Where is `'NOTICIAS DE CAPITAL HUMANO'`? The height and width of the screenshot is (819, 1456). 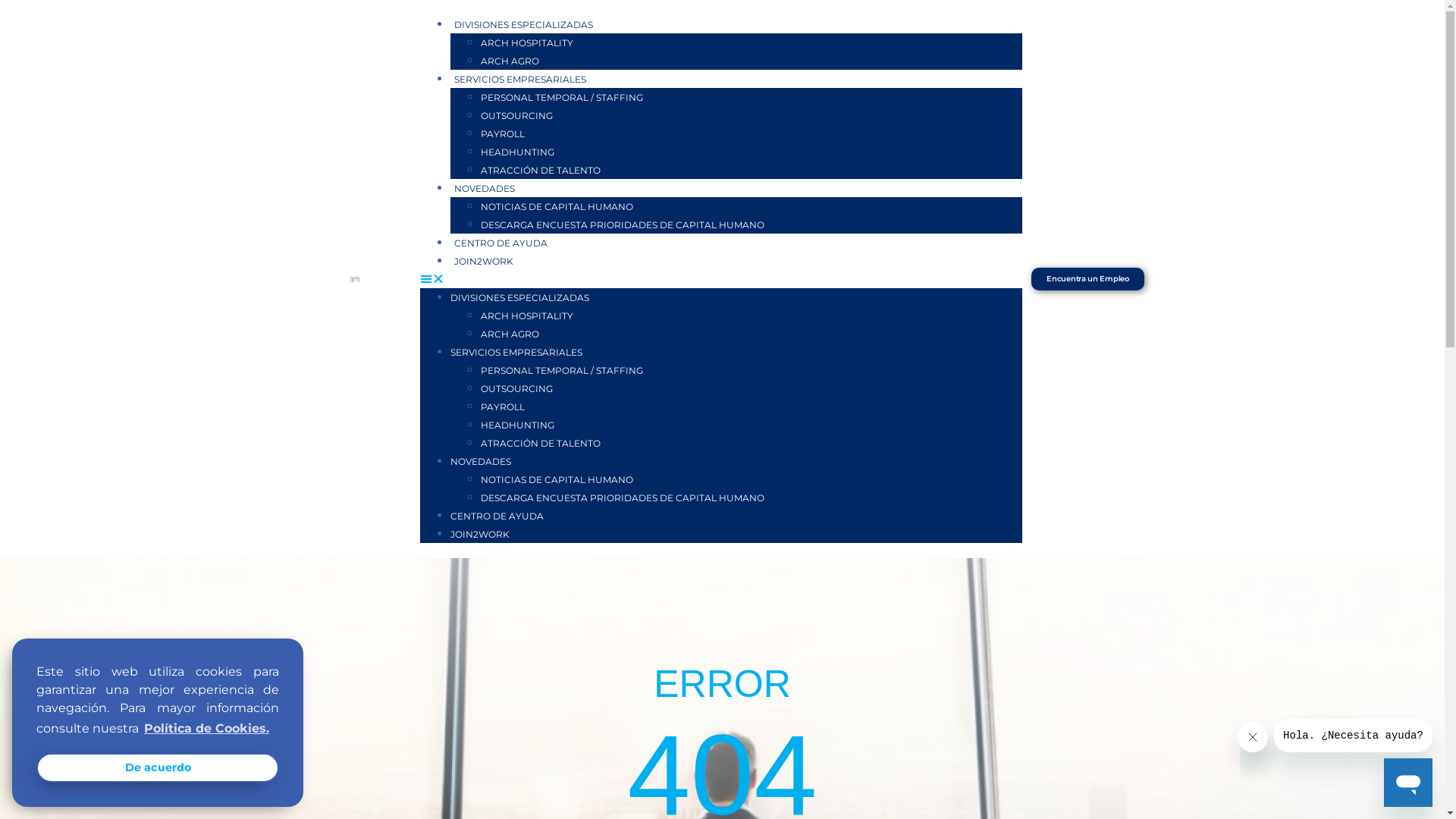
'NOTICIAS DE CAPITAL HUMANO' is located at coordinates (556, 206).